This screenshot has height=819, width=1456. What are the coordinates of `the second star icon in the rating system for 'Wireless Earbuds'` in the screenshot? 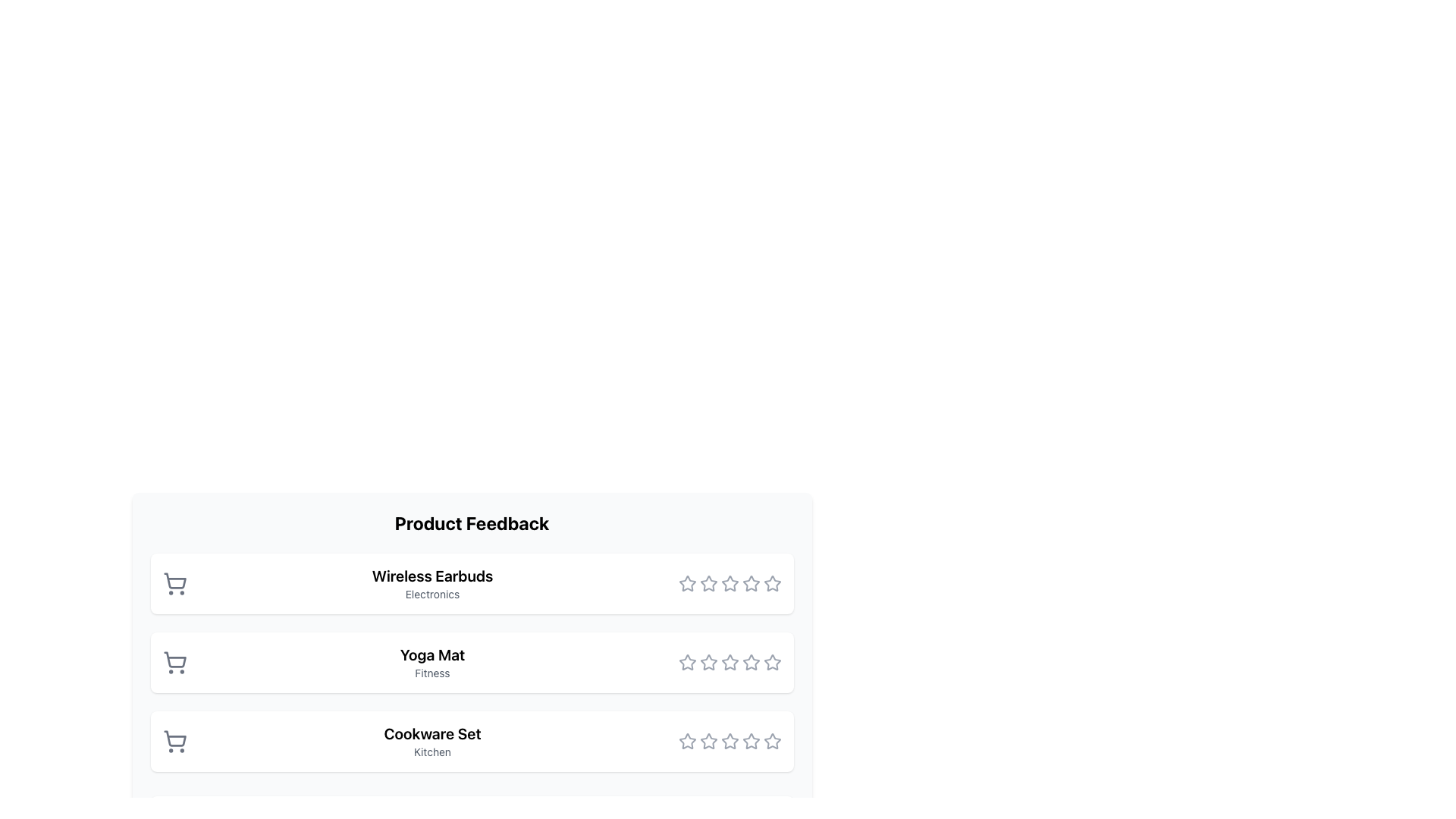 It's located at (708, 582).